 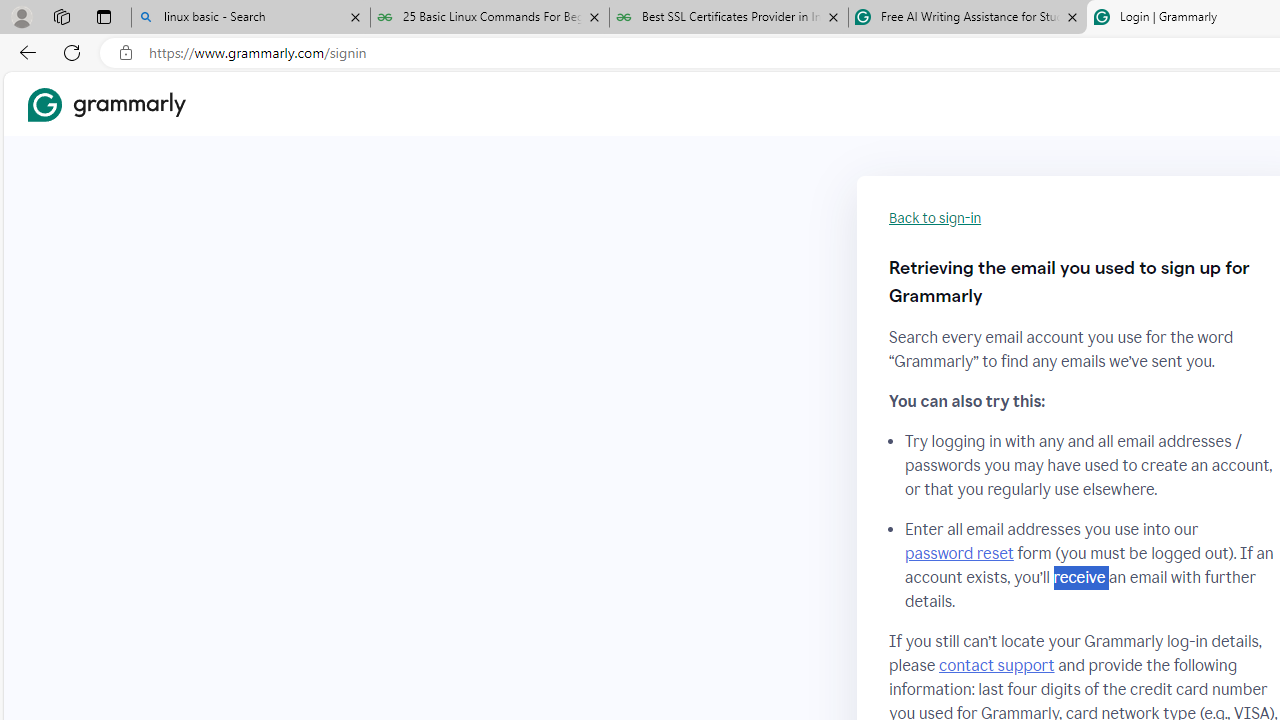 What do you see at coordinates (997, 665) in the screenshot?
I see `'contact support'` at bounding box center [997, 665].